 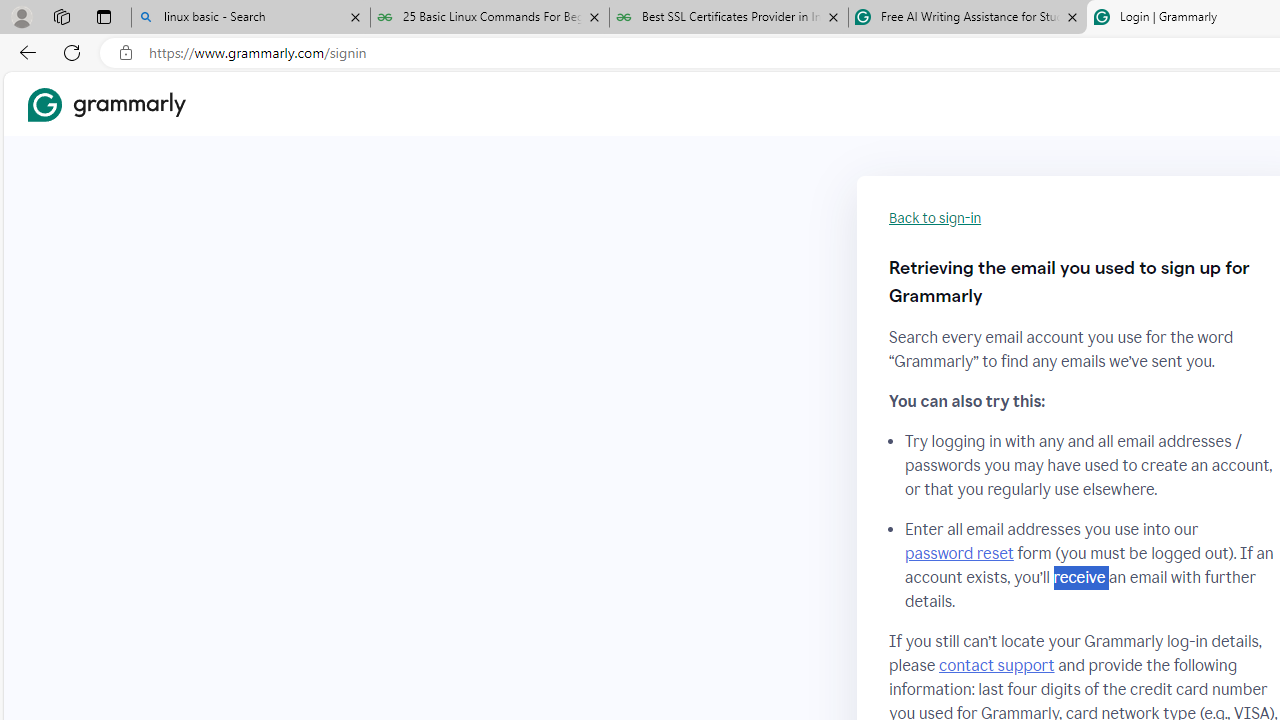 What do you see at coordinates (997, 665) in the screenshot?
I see `'contact support'` at bounding box center [997, 665].